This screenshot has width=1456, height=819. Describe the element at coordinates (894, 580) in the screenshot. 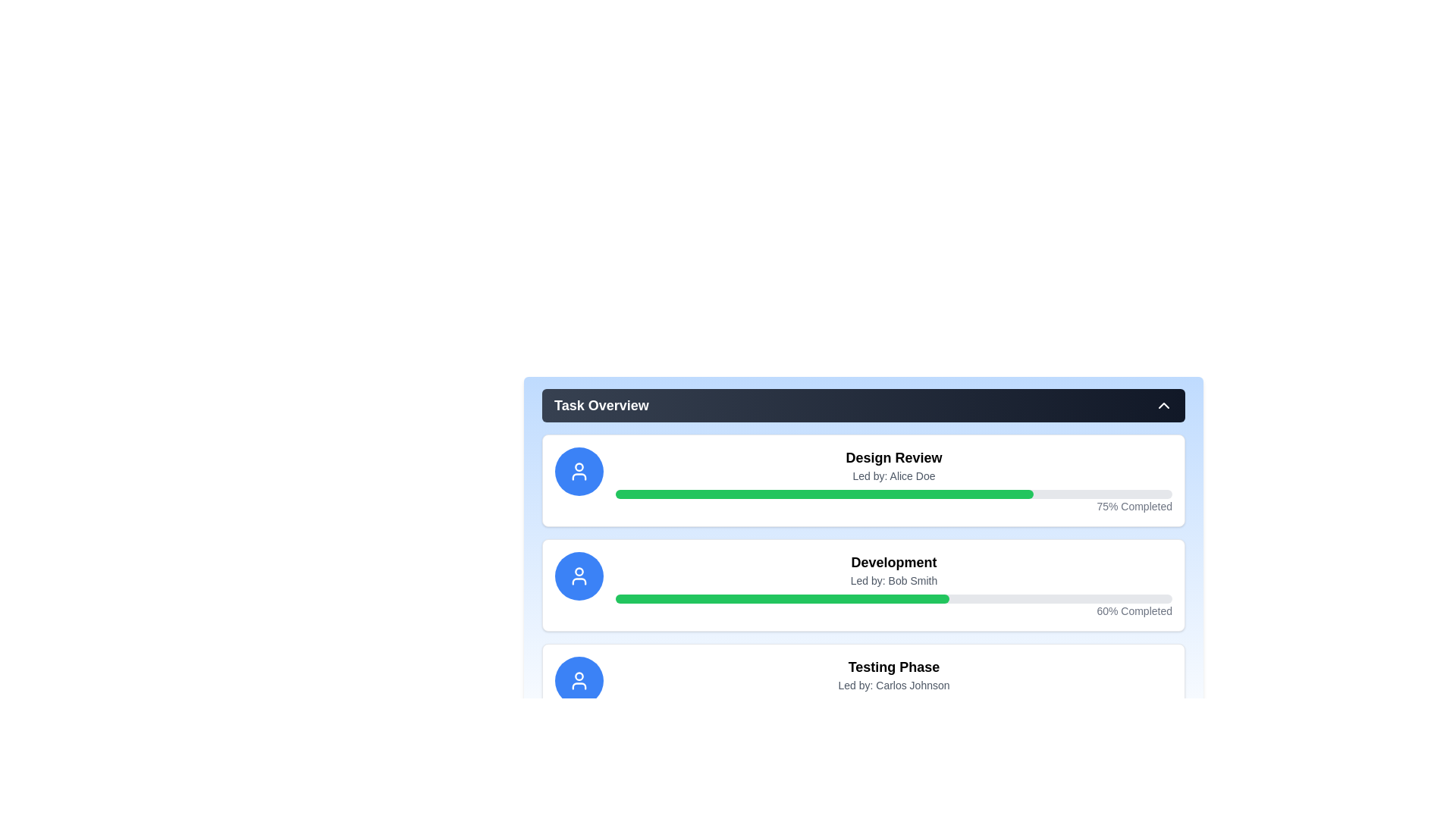

I see `the Text label that displays the name of the individual leading the task or project, which is positioned below the 'Development' title and above the progress bar elements` at that location.